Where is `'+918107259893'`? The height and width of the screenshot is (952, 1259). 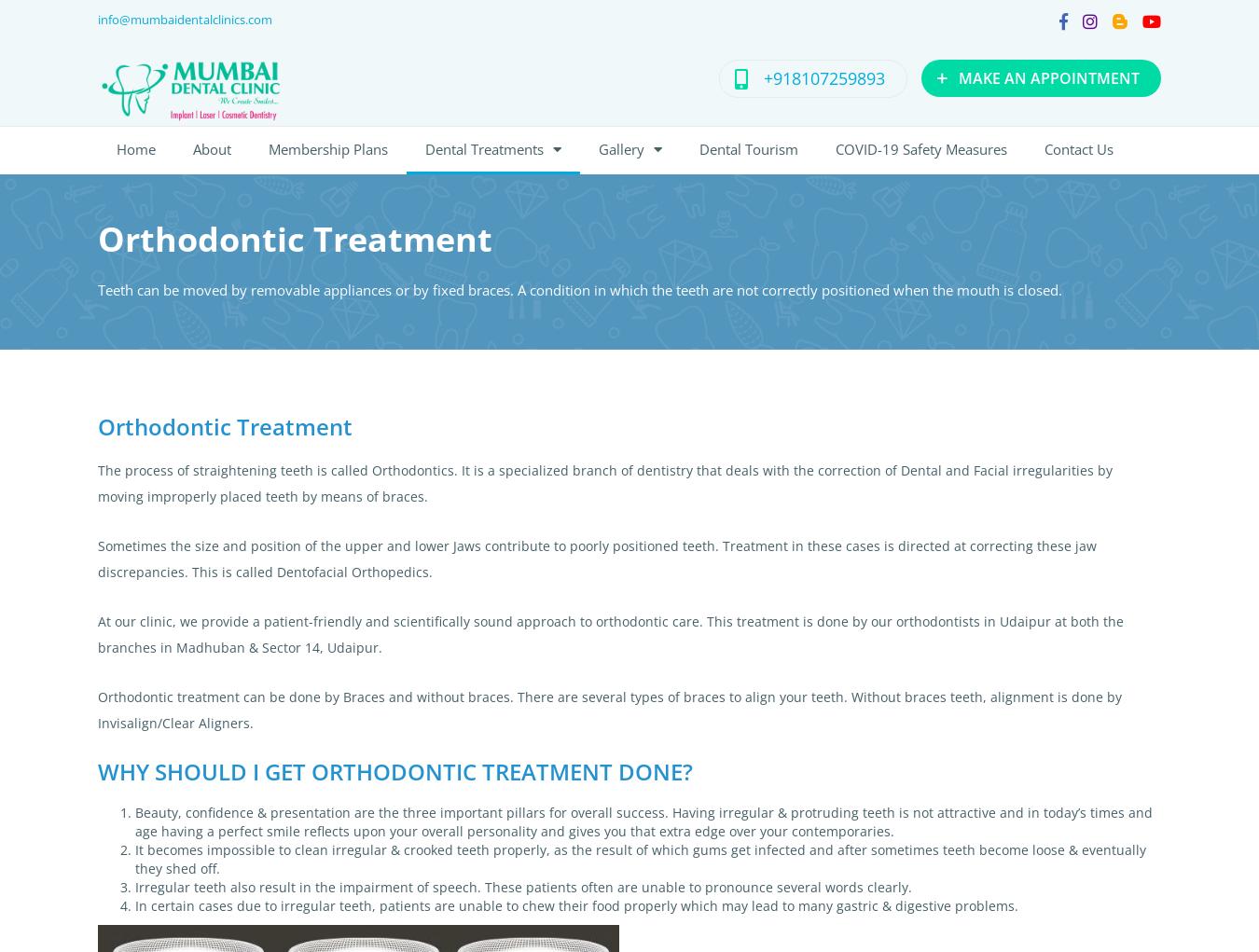 '+918107259893' is located at coordinates (822, 76).